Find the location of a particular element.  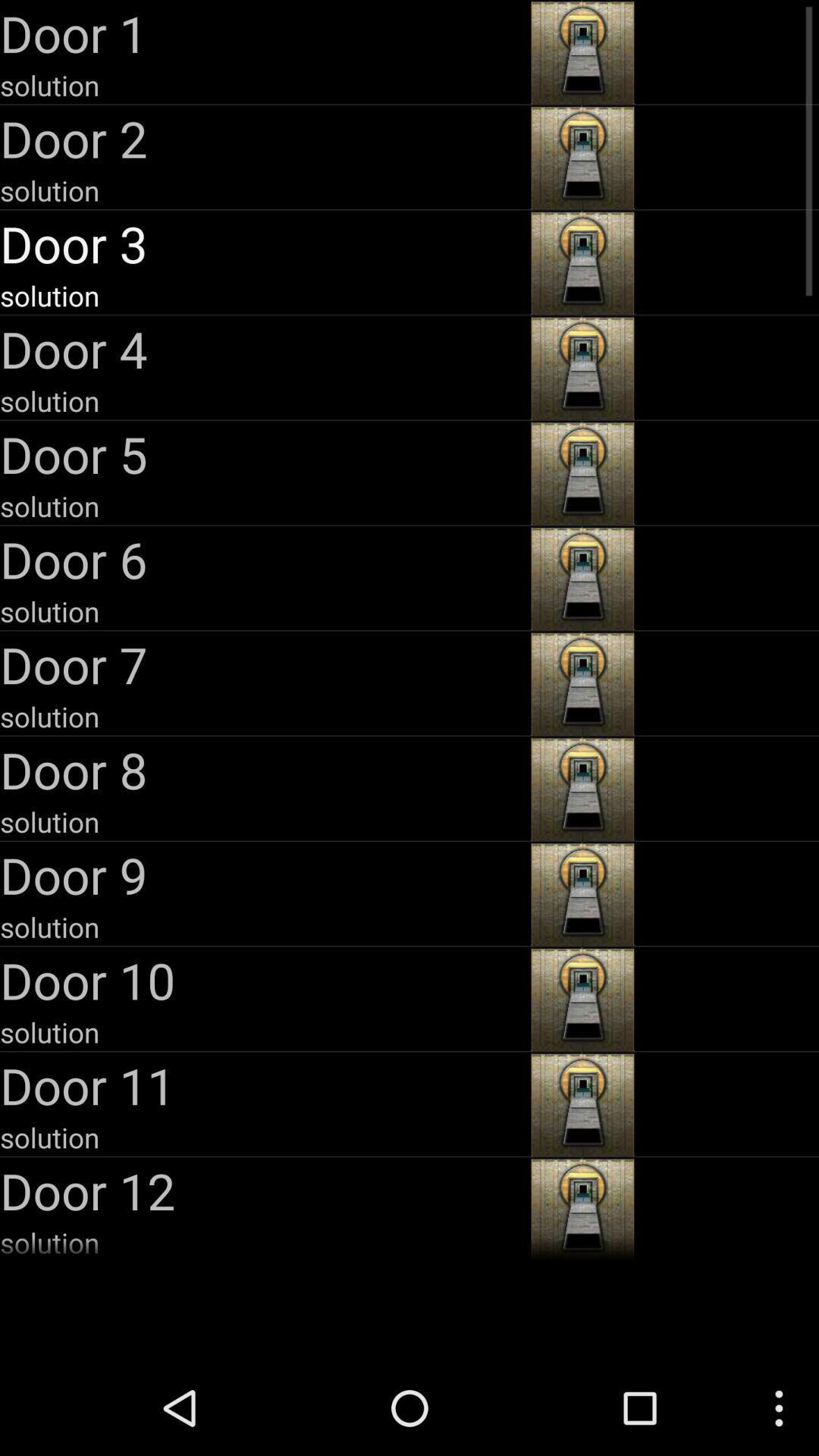

the door 1 icon is located at coordinates (262, 33).